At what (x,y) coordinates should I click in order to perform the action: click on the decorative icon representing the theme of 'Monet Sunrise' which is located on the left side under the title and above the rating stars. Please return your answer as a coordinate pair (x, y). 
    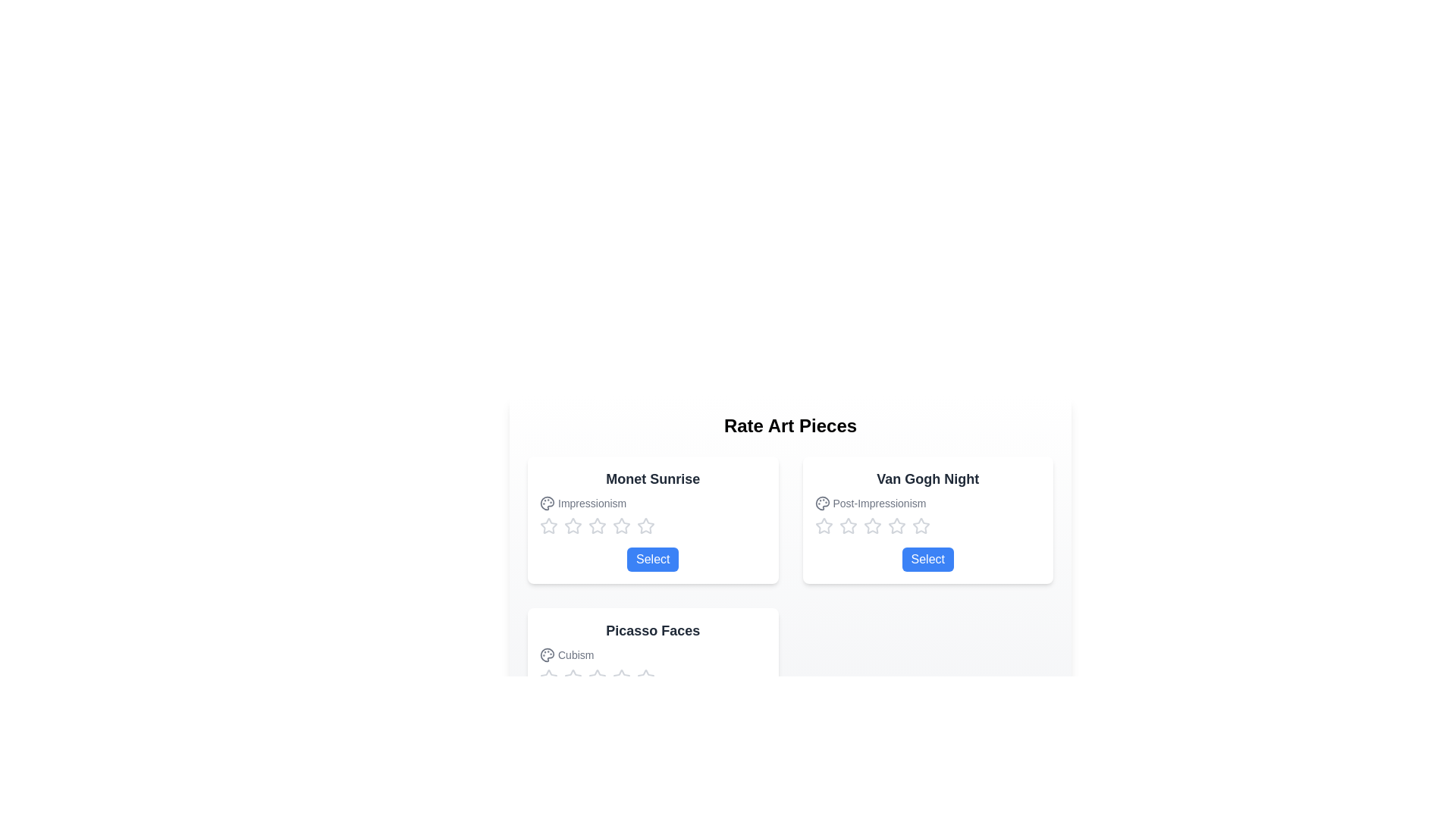
    Looking at the image, I should click on (546, 503).